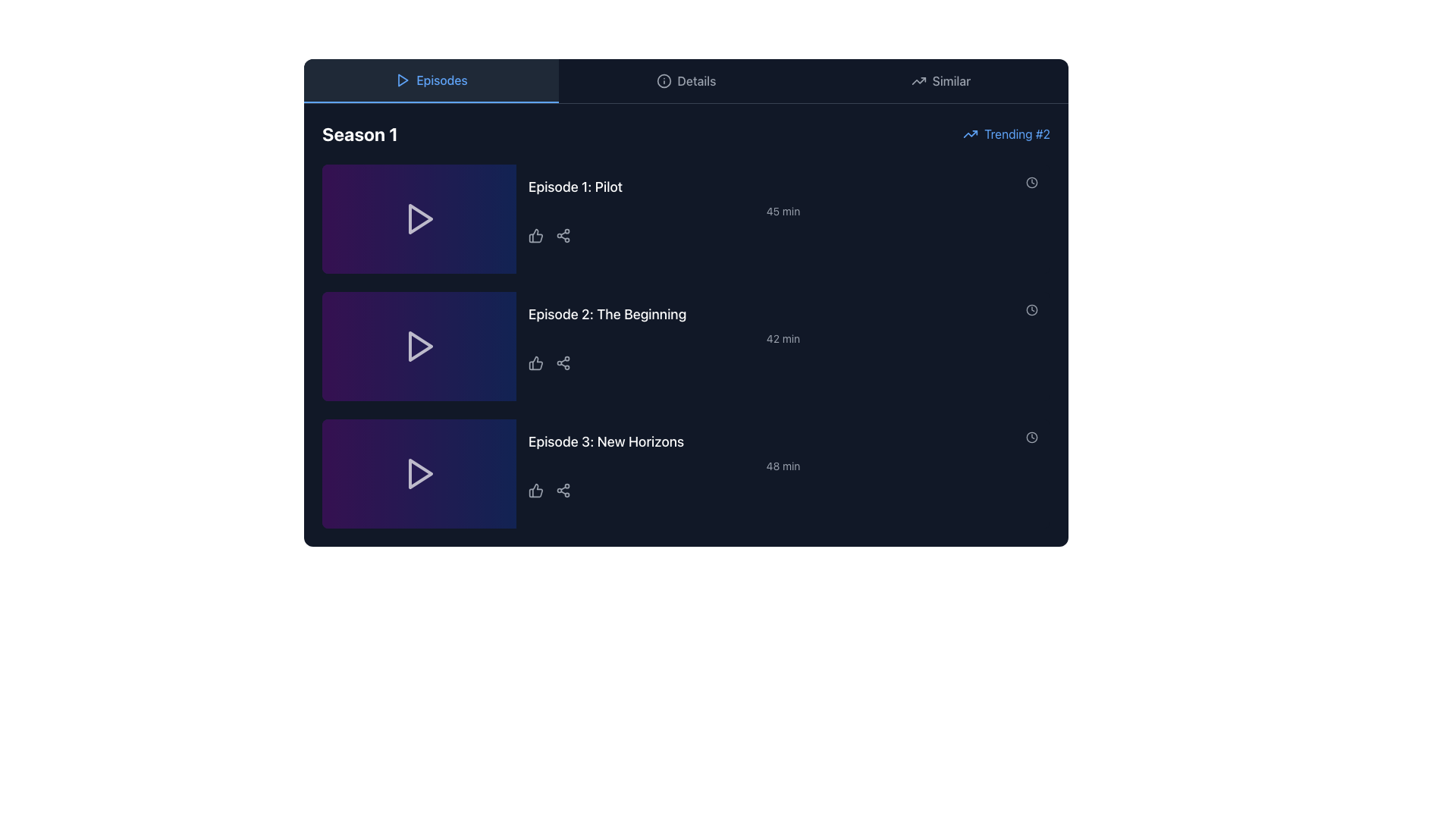 The width and height of the screenshot is (1456, 819). What do you see at coordinates (605, 441) in the screenshot?
I see `the Text label that indicates the title of the third episode in the series, which is positioned to the right of the thumbnail for 'Episode 3'` at bounding box center [605, 441].